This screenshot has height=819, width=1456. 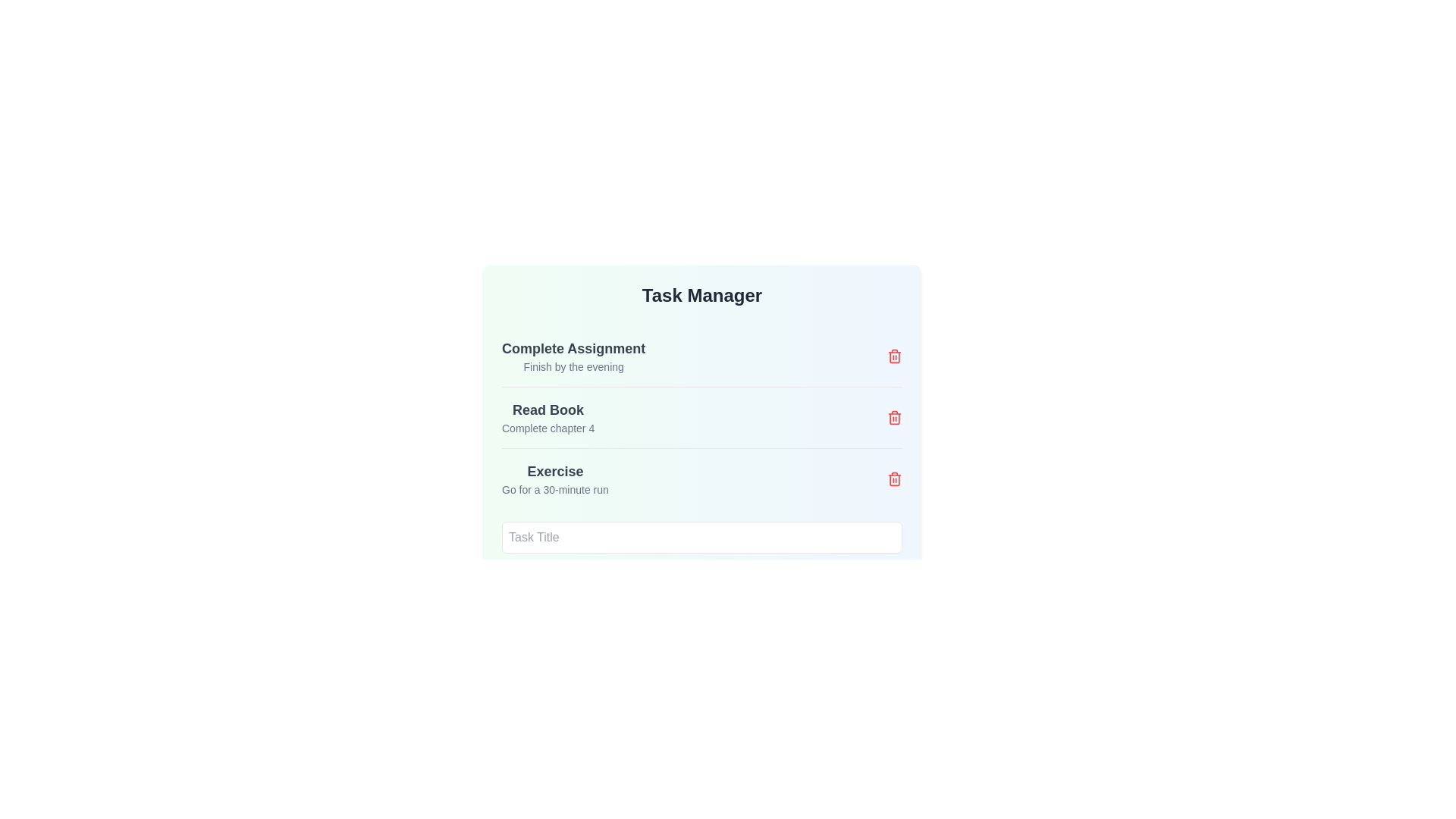 I want to click on the Text Label that indicates the title of a task in the task manager interface, positioned above the 'Finish by the evening' text, so click(x=573, y=348).